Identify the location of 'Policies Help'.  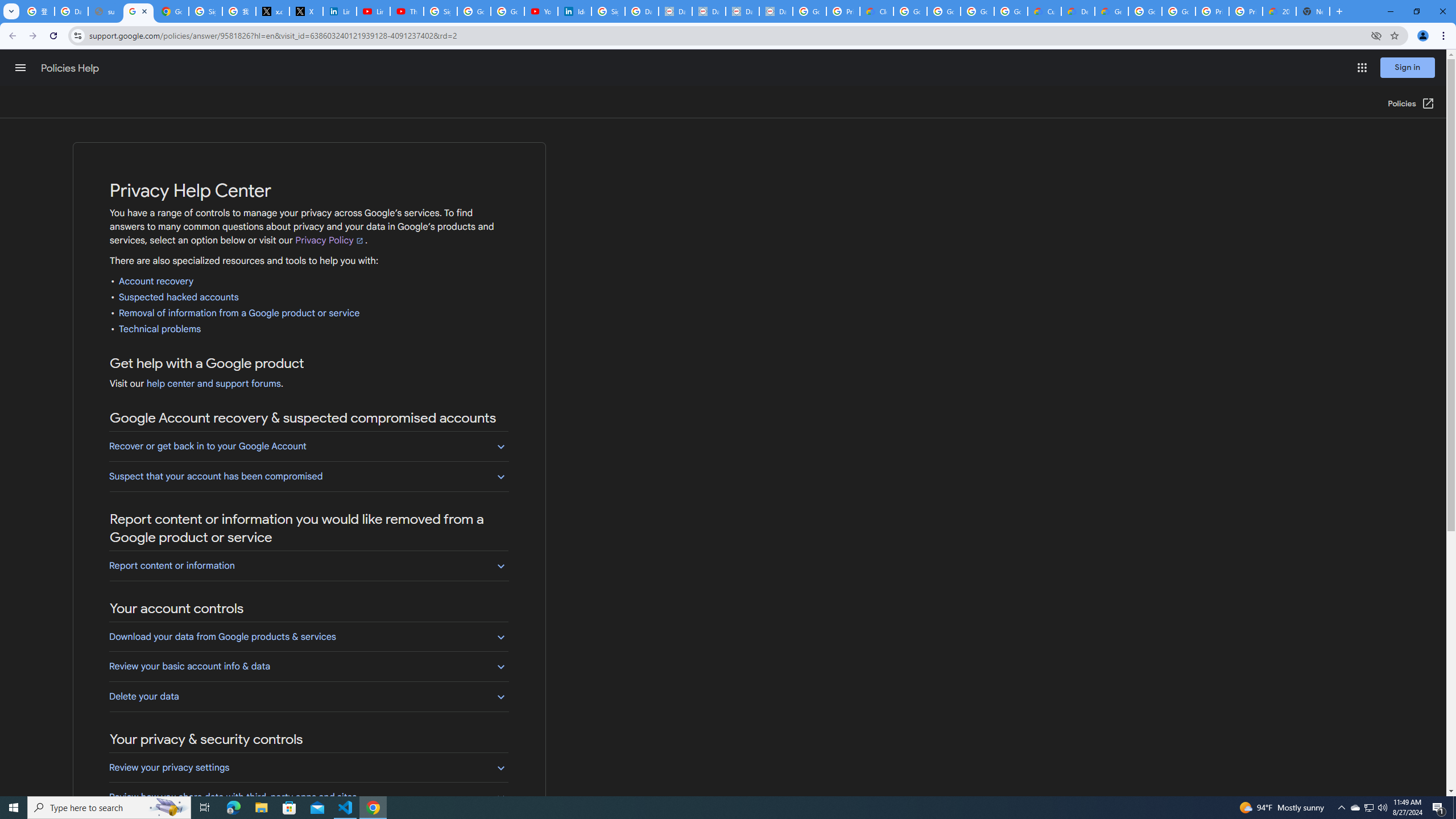
(71, 68).